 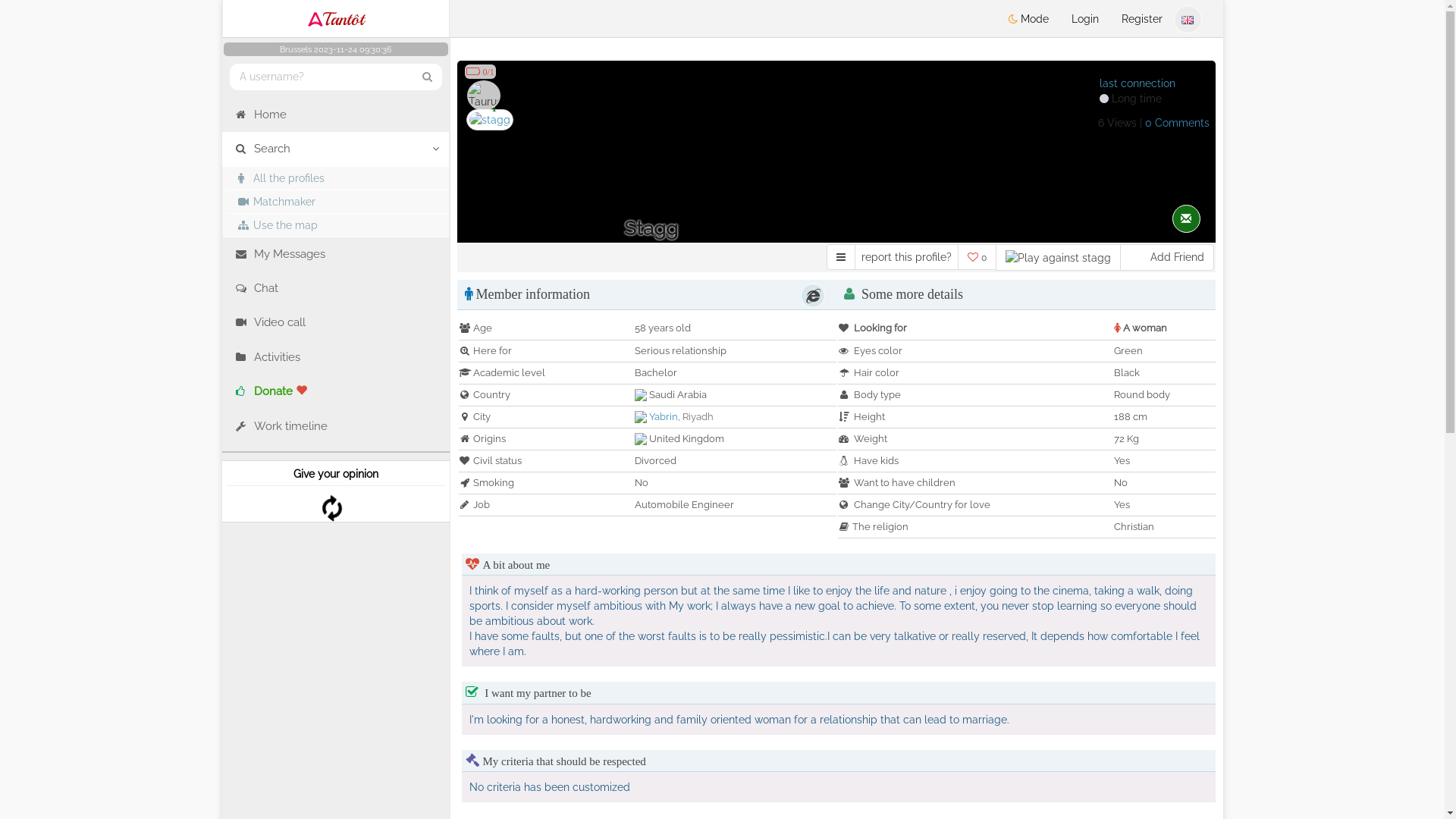 I want to click on 'Home', so click(x=334, y=114).